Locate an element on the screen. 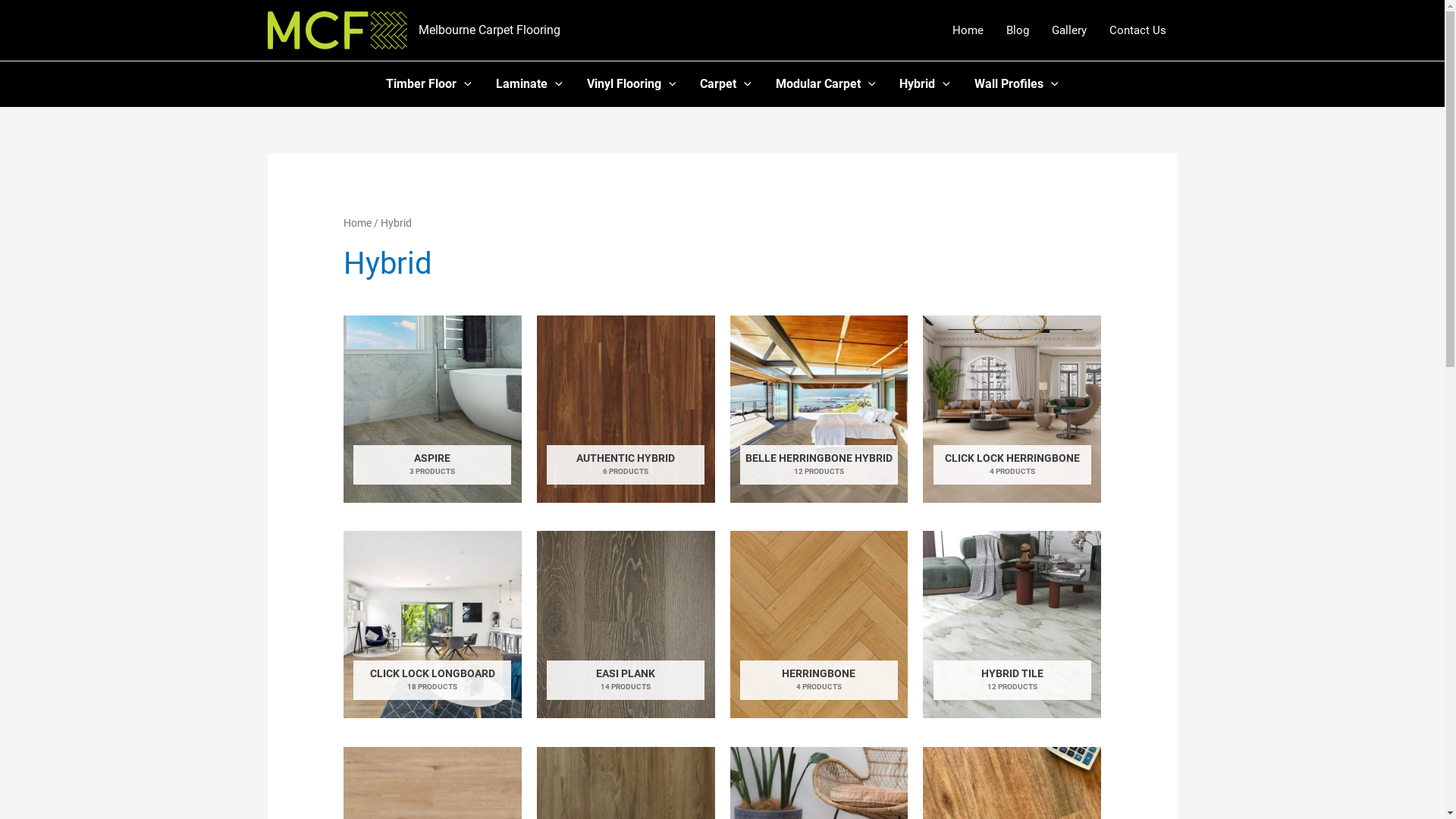 This screenshot has width=1456, height=819. 'EASI PLANK is located at coordinates (626, 624).